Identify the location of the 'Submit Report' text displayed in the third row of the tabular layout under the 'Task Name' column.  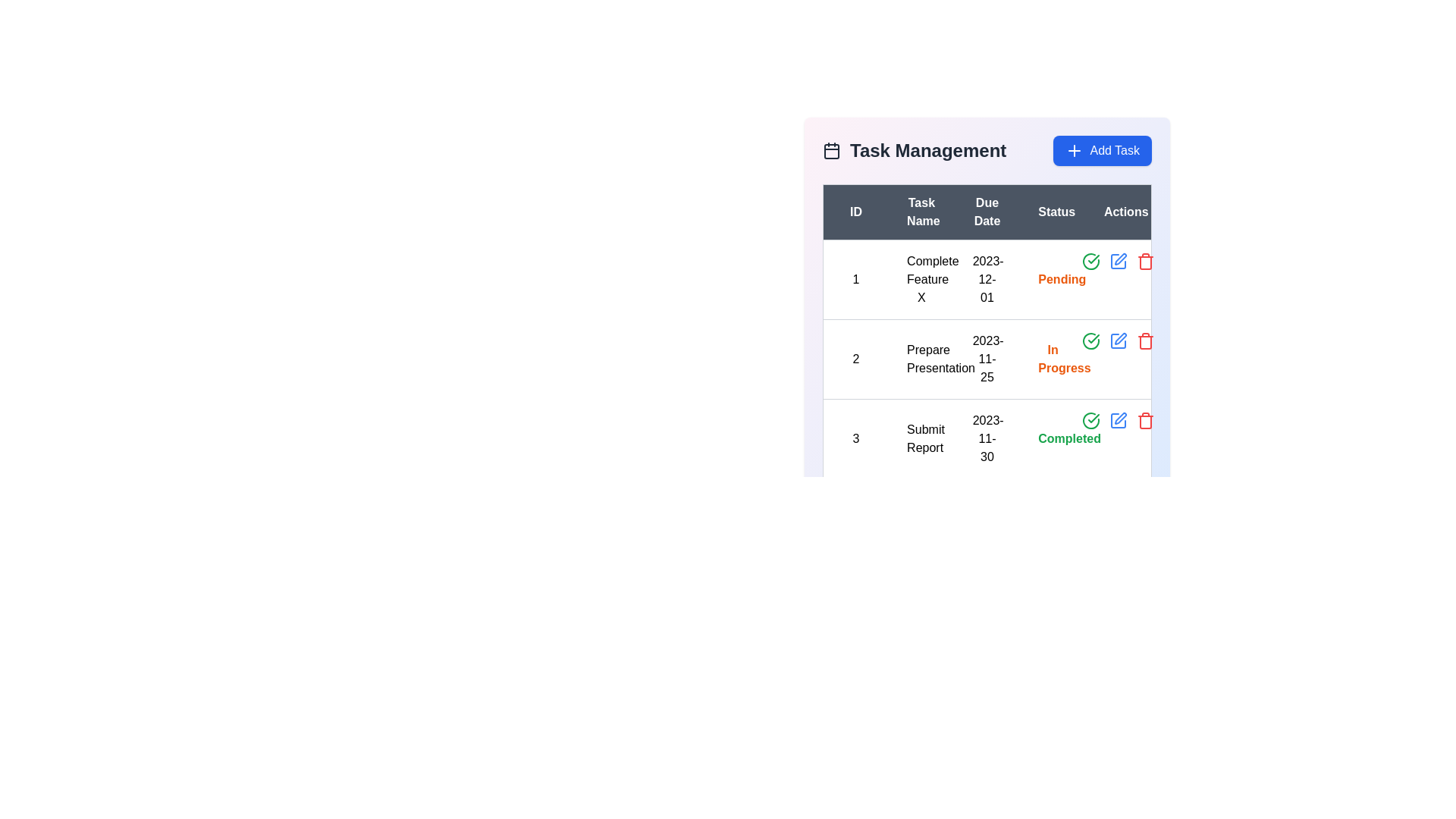
(921, 438).